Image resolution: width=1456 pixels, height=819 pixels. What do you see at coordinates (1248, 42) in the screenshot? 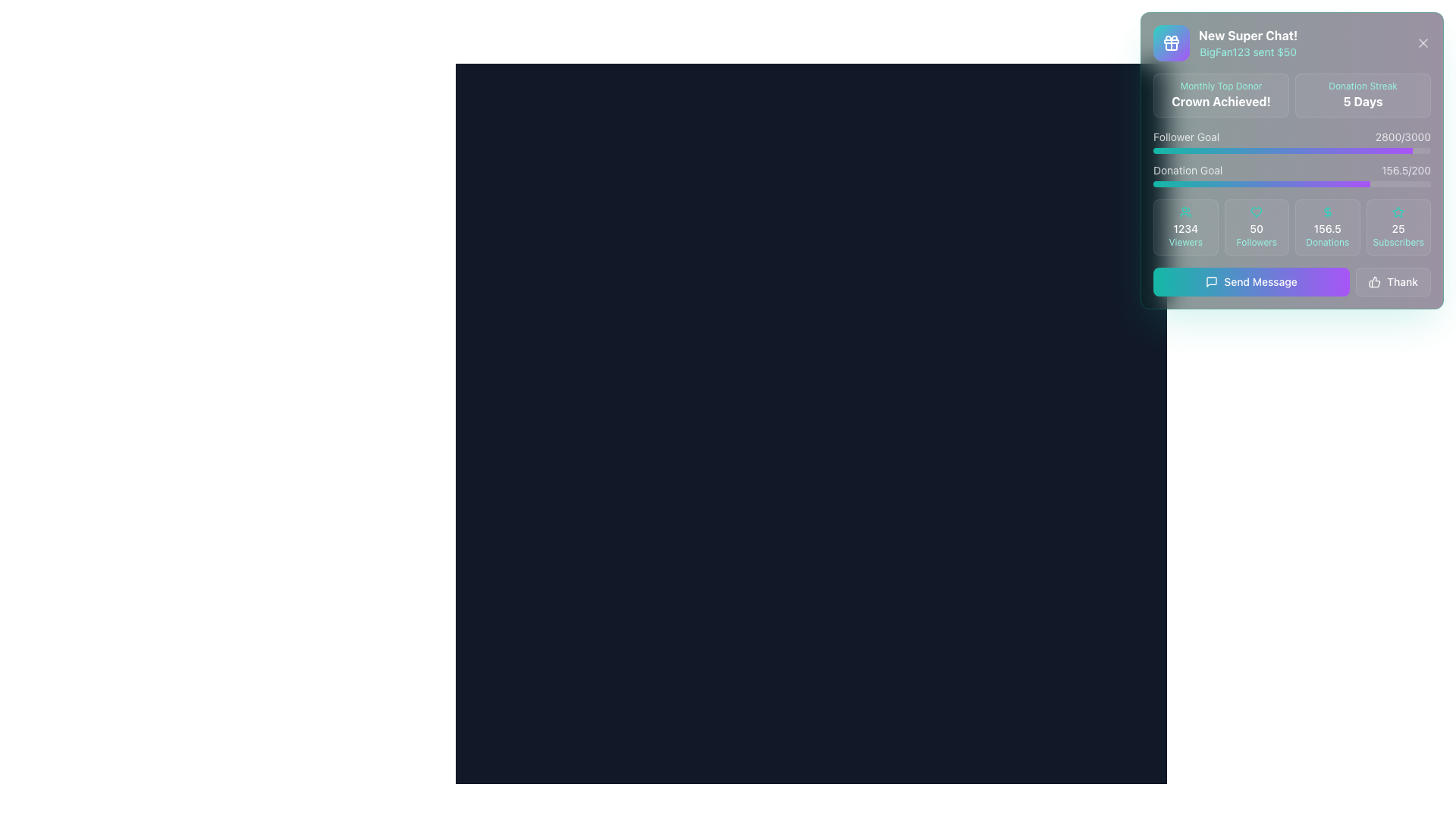
I see `the text block displaying 'New Super Chat!' and 'BigFan123 sent $50' located at the top of the popup card on the right side of the interface` at bounding box center [1248, 42].